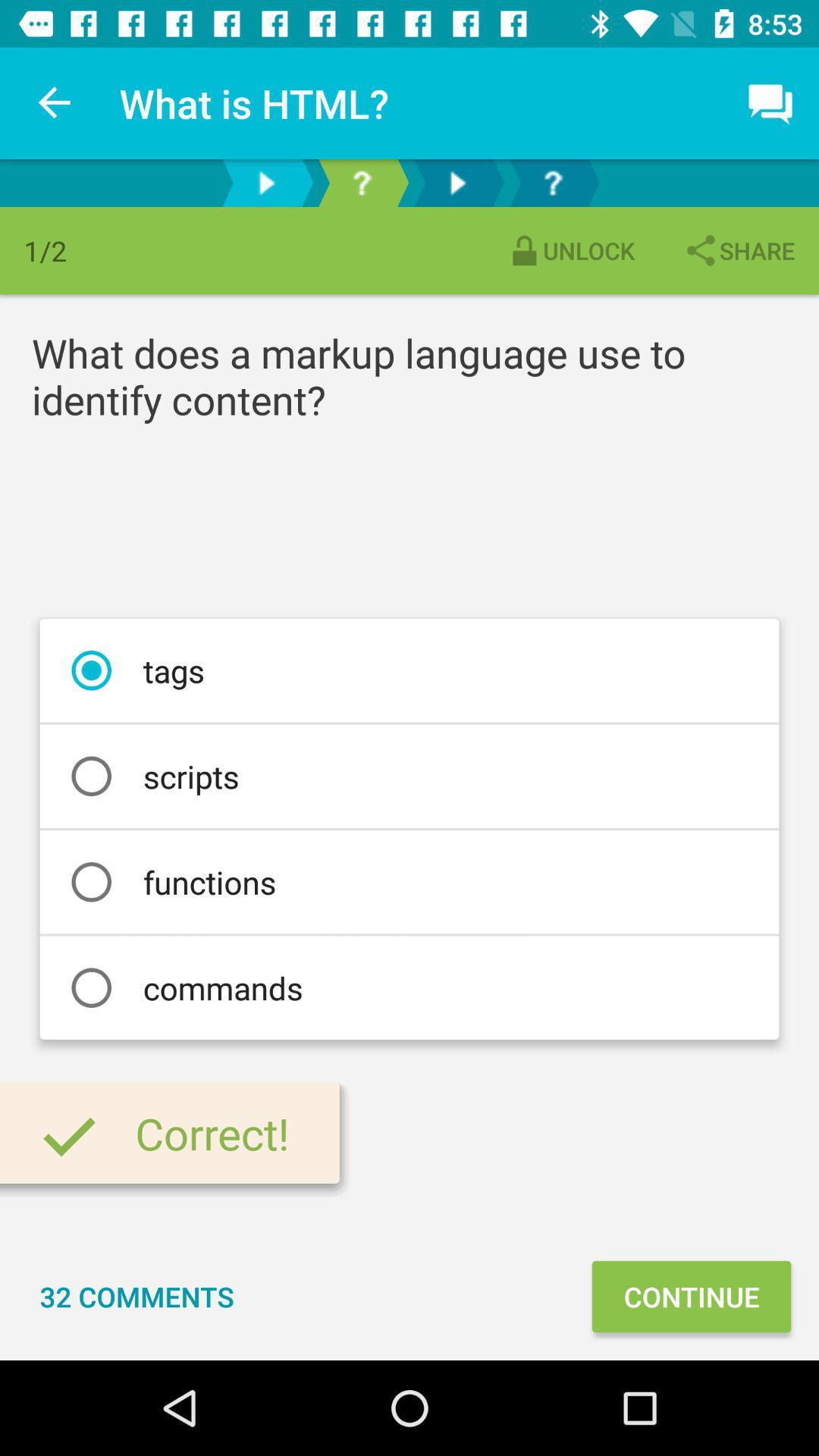  What do you see at coordinates (691, 1295) in the screenshot?
I see `item at the bottom right corner` at bounding box center [691, 1295].